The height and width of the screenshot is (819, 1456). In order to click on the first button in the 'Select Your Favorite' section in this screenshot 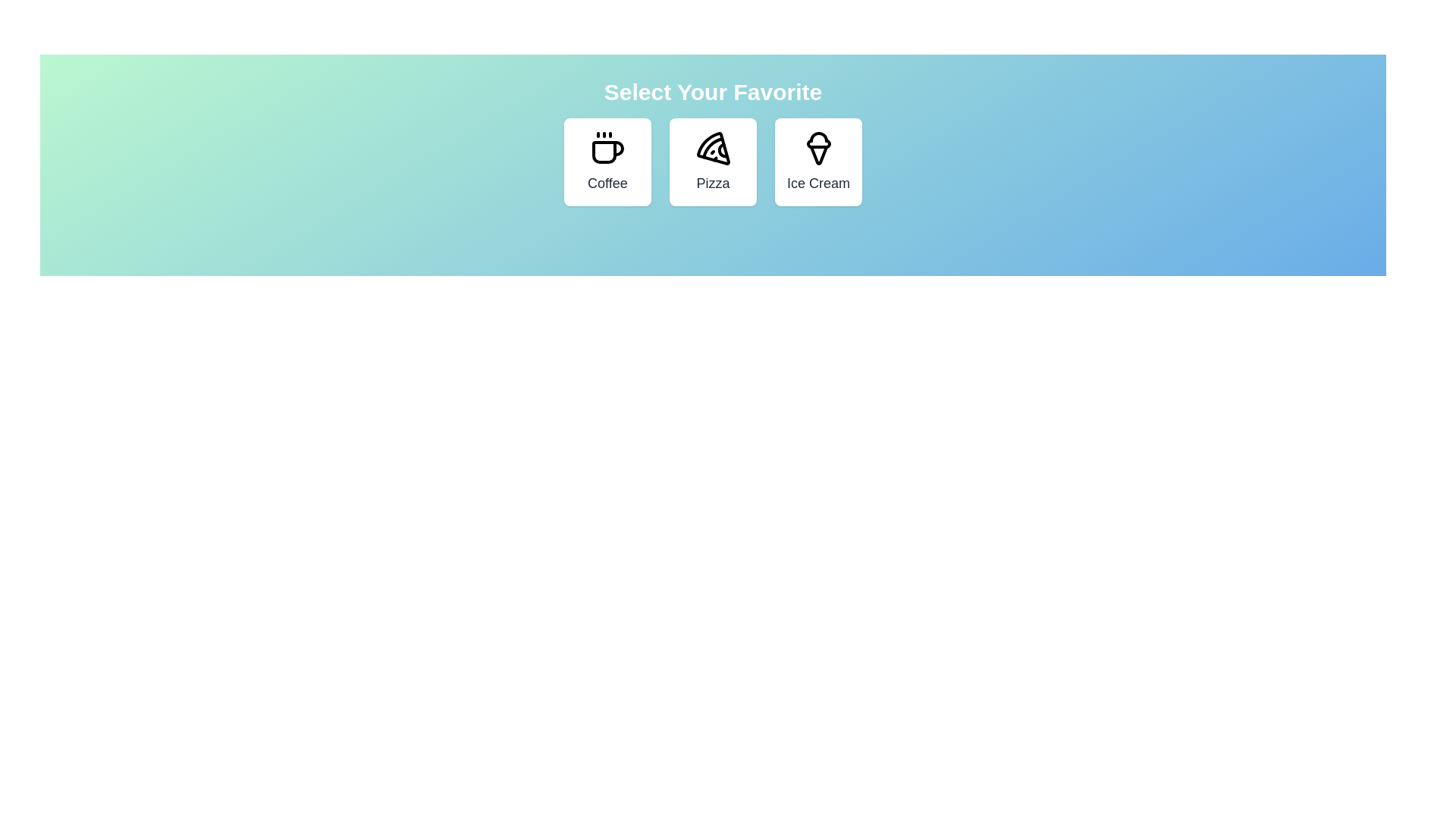, I will do `click(607, 162)`.